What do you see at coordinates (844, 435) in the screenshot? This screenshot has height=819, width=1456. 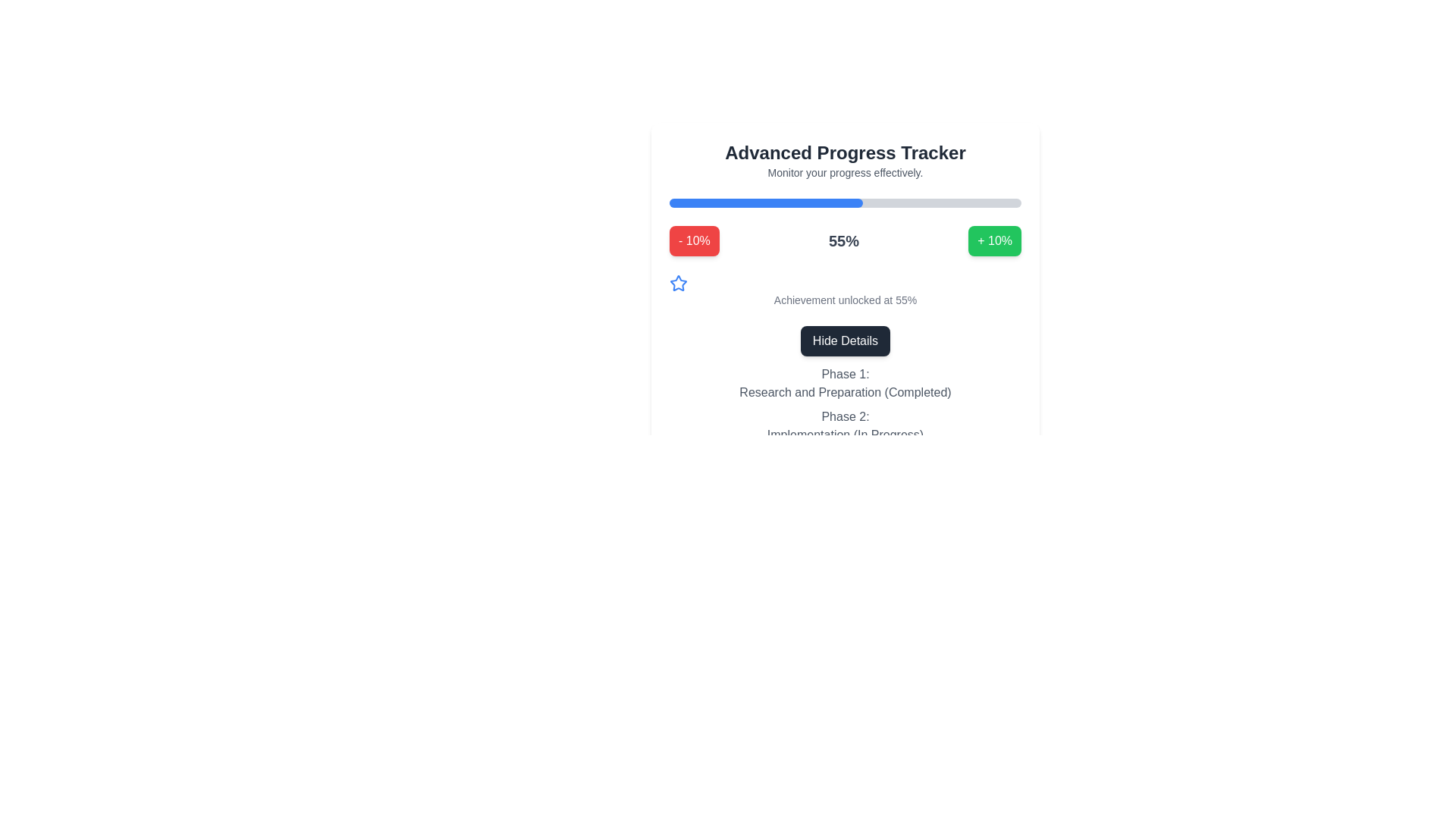 I see `the text label indicating the ongoing status of 'Phase 2' in the progress tracker` at bounding box center [844, 435].